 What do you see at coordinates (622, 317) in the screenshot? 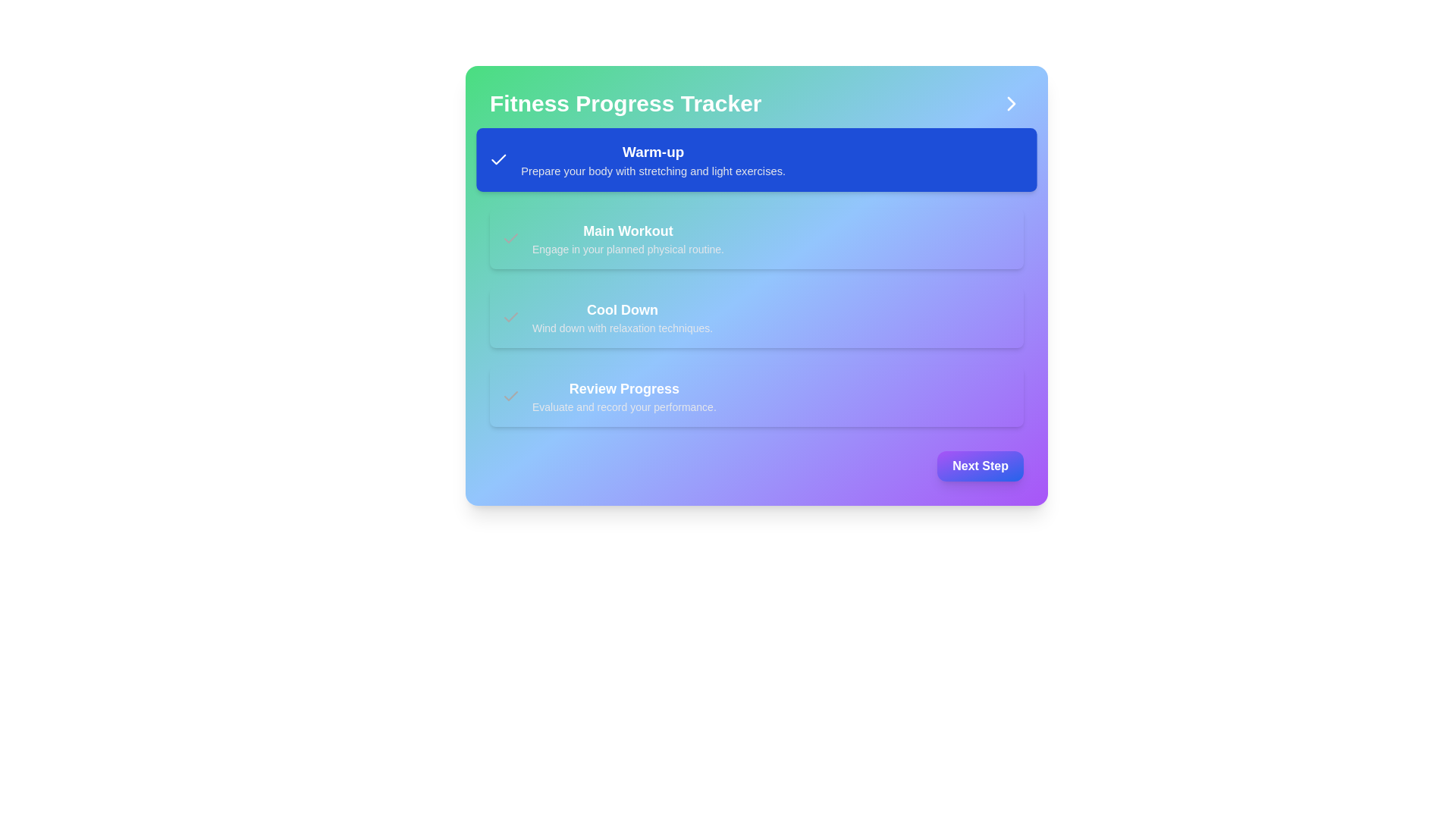
I see `the 'Cool Down' text label, which indicates the third step in the fitness progress tracker, located below 'Main Workout' and above 'Review Progress'` at bounding box center [622, 317].